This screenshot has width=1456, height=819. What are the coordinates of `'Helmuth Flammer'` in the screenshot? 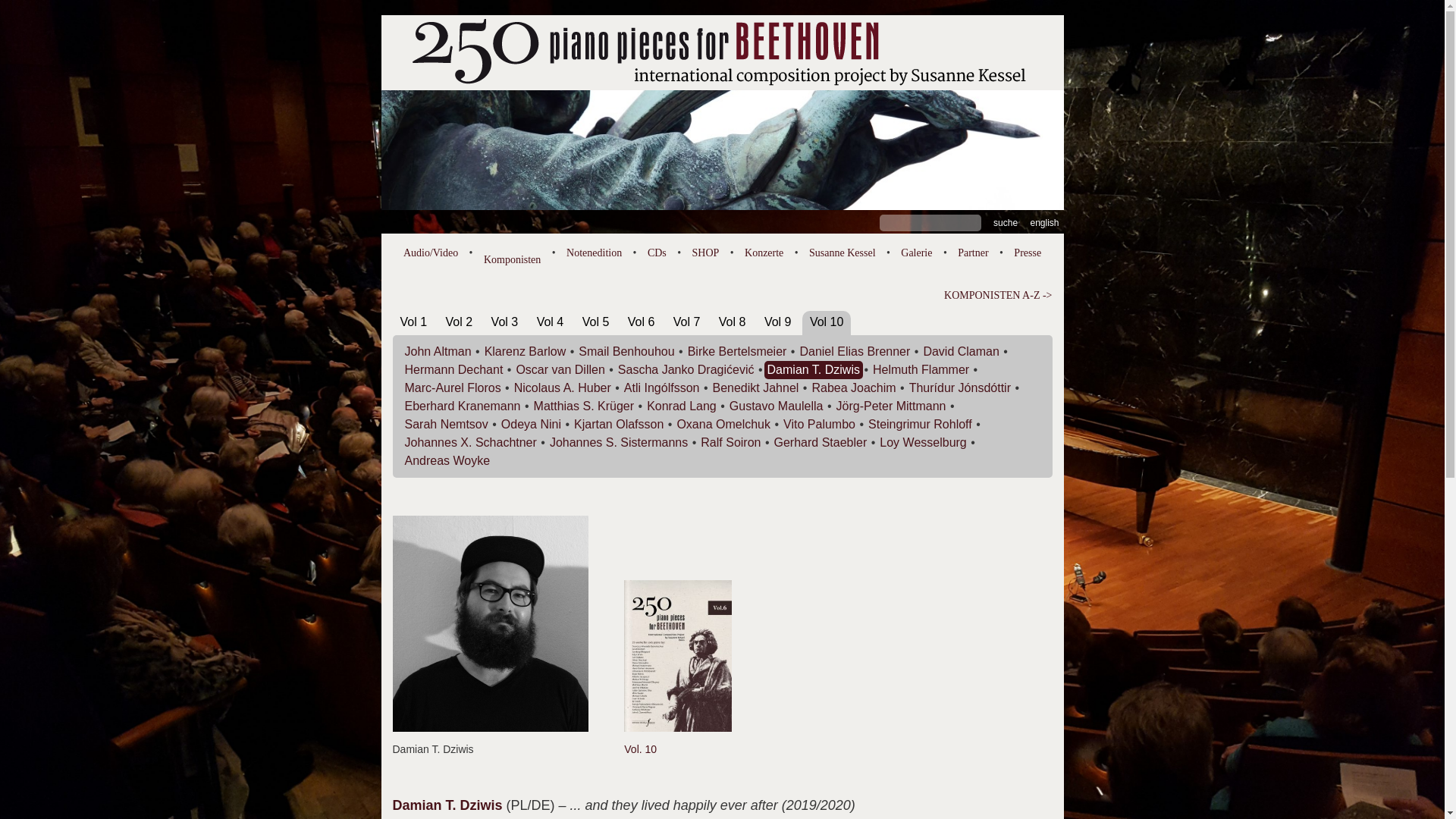 It's located at (920, 369).